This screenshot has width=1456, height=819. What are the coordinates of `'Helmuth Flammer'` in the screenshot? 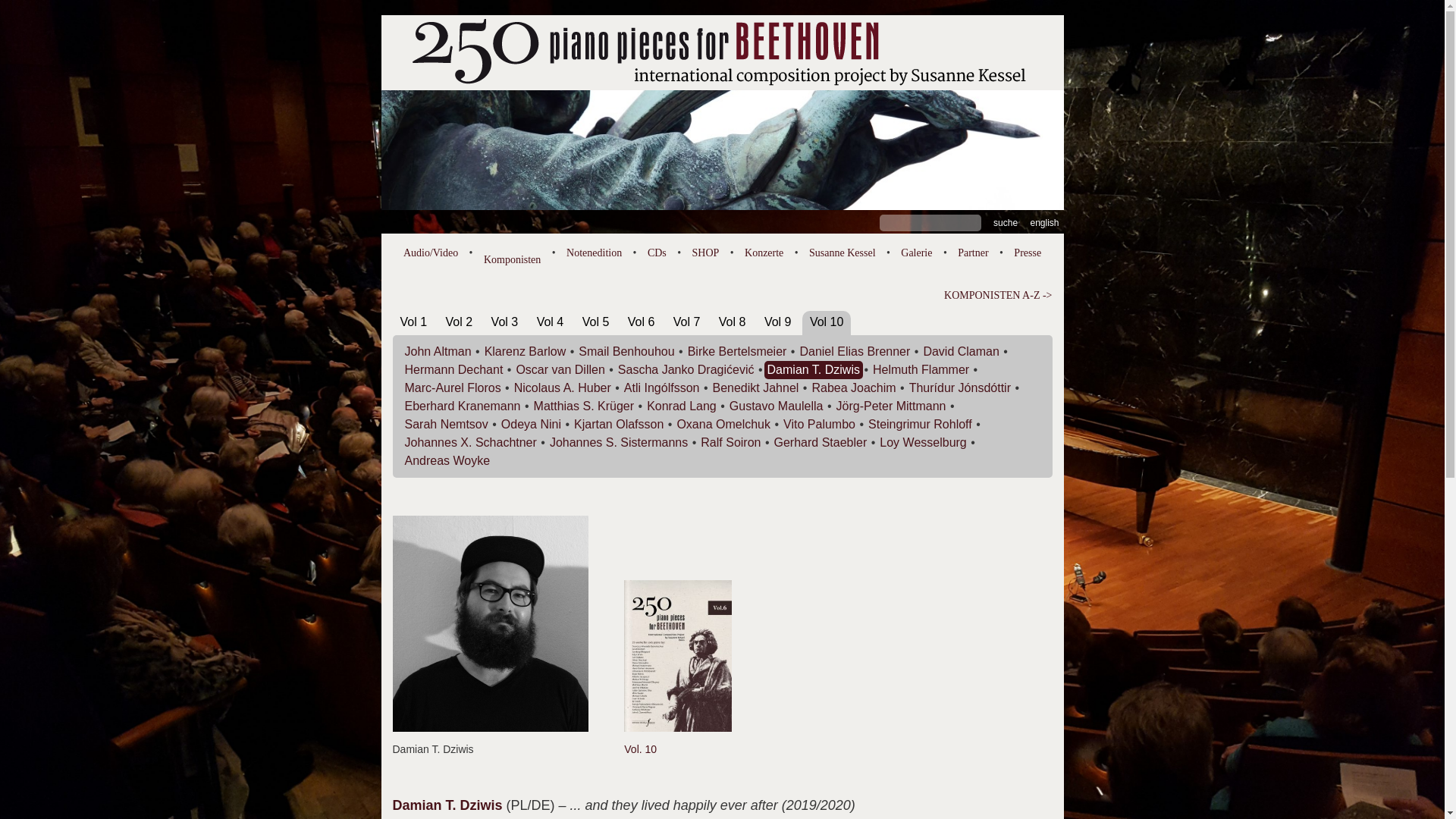 It's located at (920, 369).